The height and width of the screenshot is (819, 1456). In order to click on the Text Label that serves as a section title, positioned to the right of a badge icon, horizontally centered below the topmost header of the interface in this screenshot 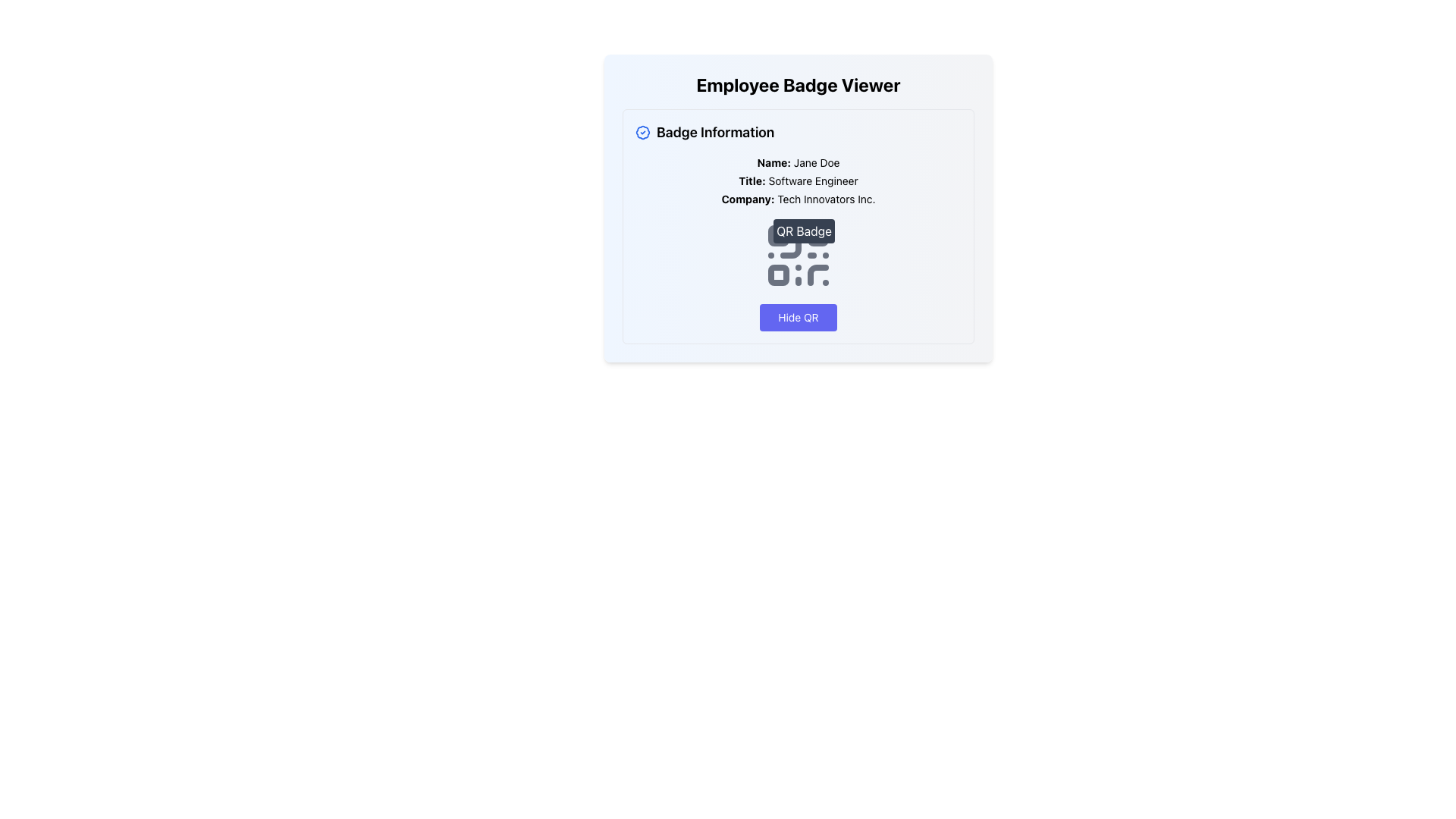, I will do `click(714, 131)`.